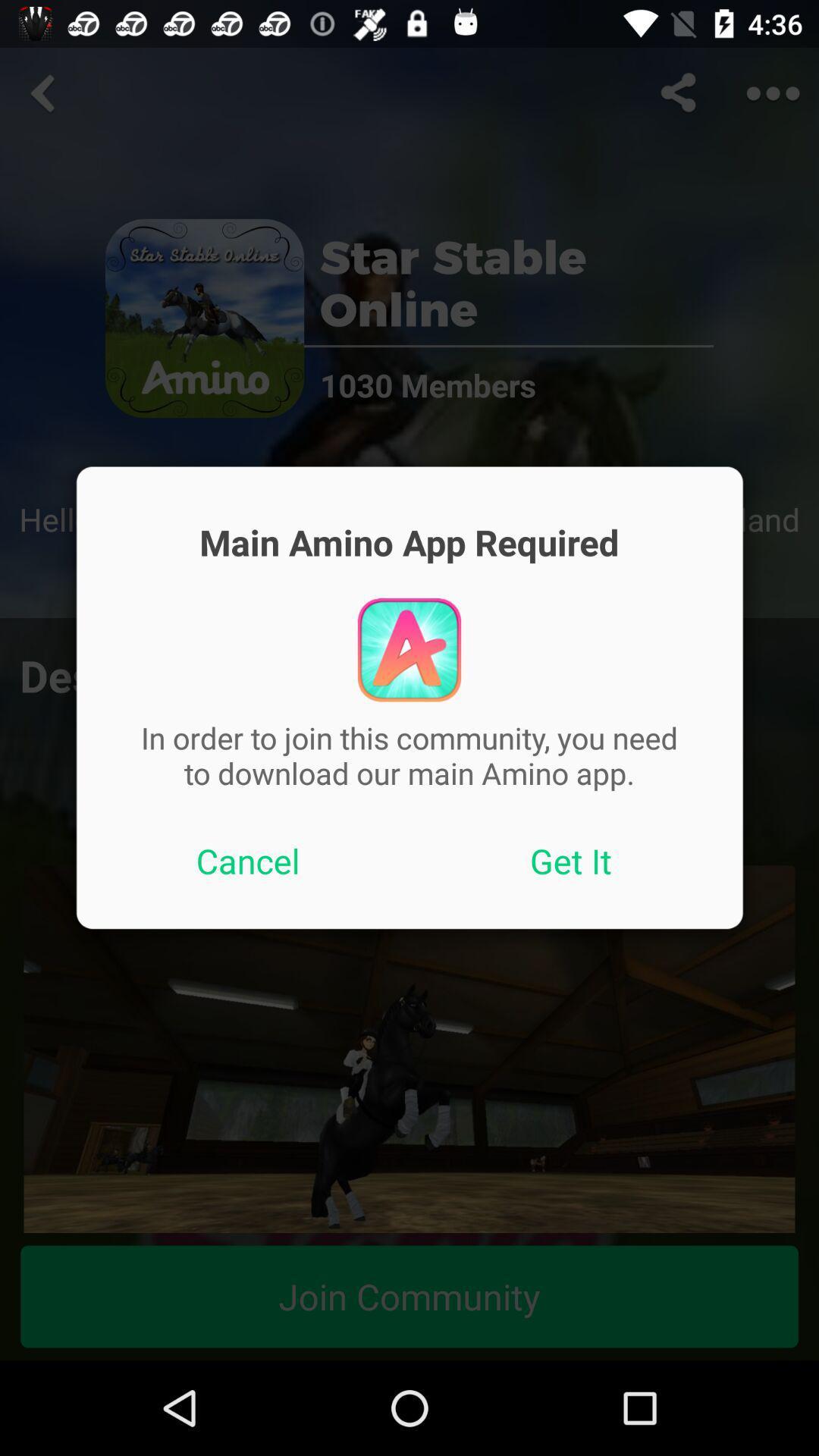 Image resolution: width=819 pixels, height=1456 pixels. What do you see at coordinates (247, 861) in the screenshot?
I see `the cancel icon` at bounding box center [247, 861].